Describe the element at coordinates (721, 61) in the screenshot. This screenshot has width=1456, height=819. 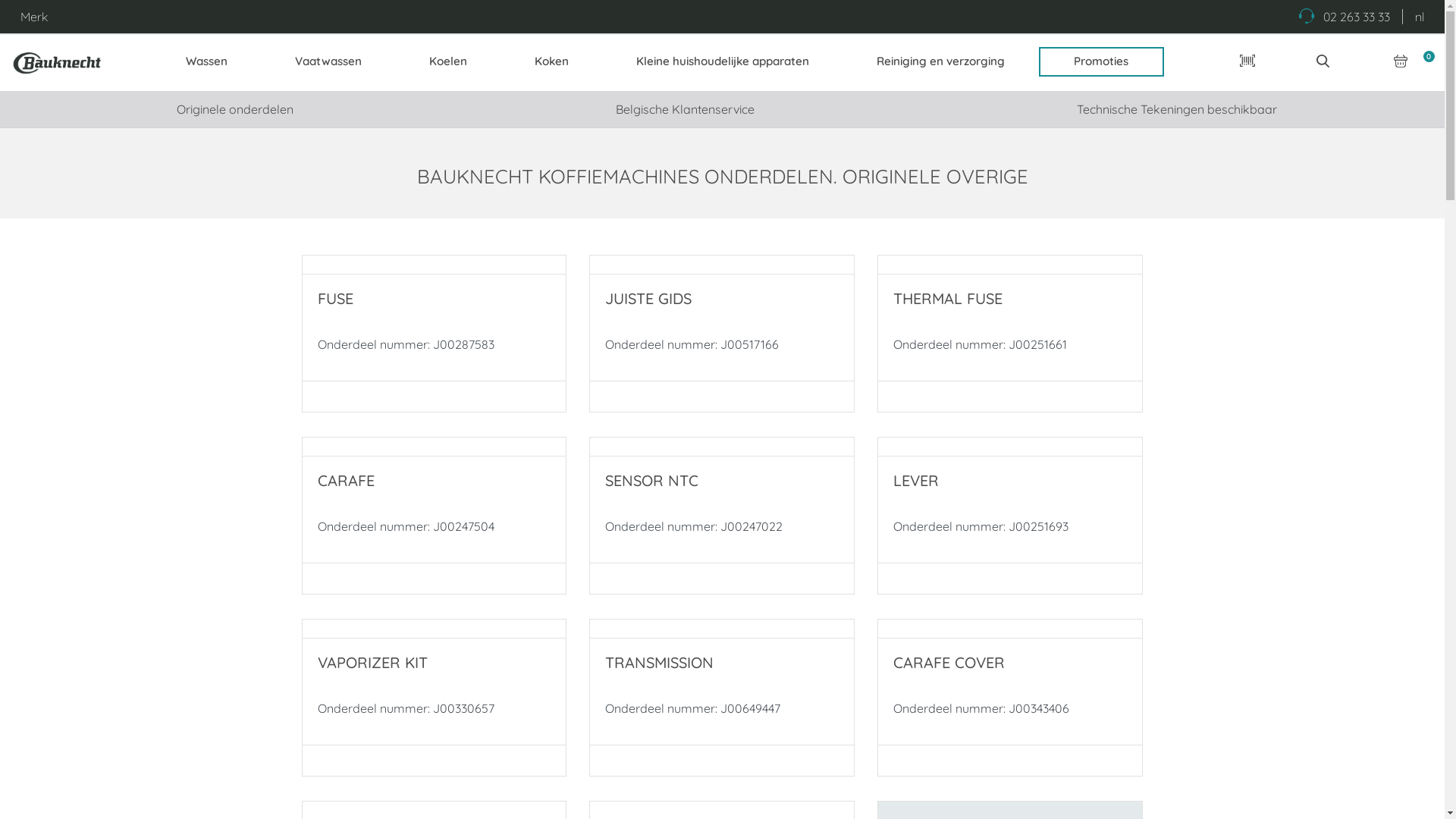
I see `'Kleine huishoudelijke apparaten'` at that location.